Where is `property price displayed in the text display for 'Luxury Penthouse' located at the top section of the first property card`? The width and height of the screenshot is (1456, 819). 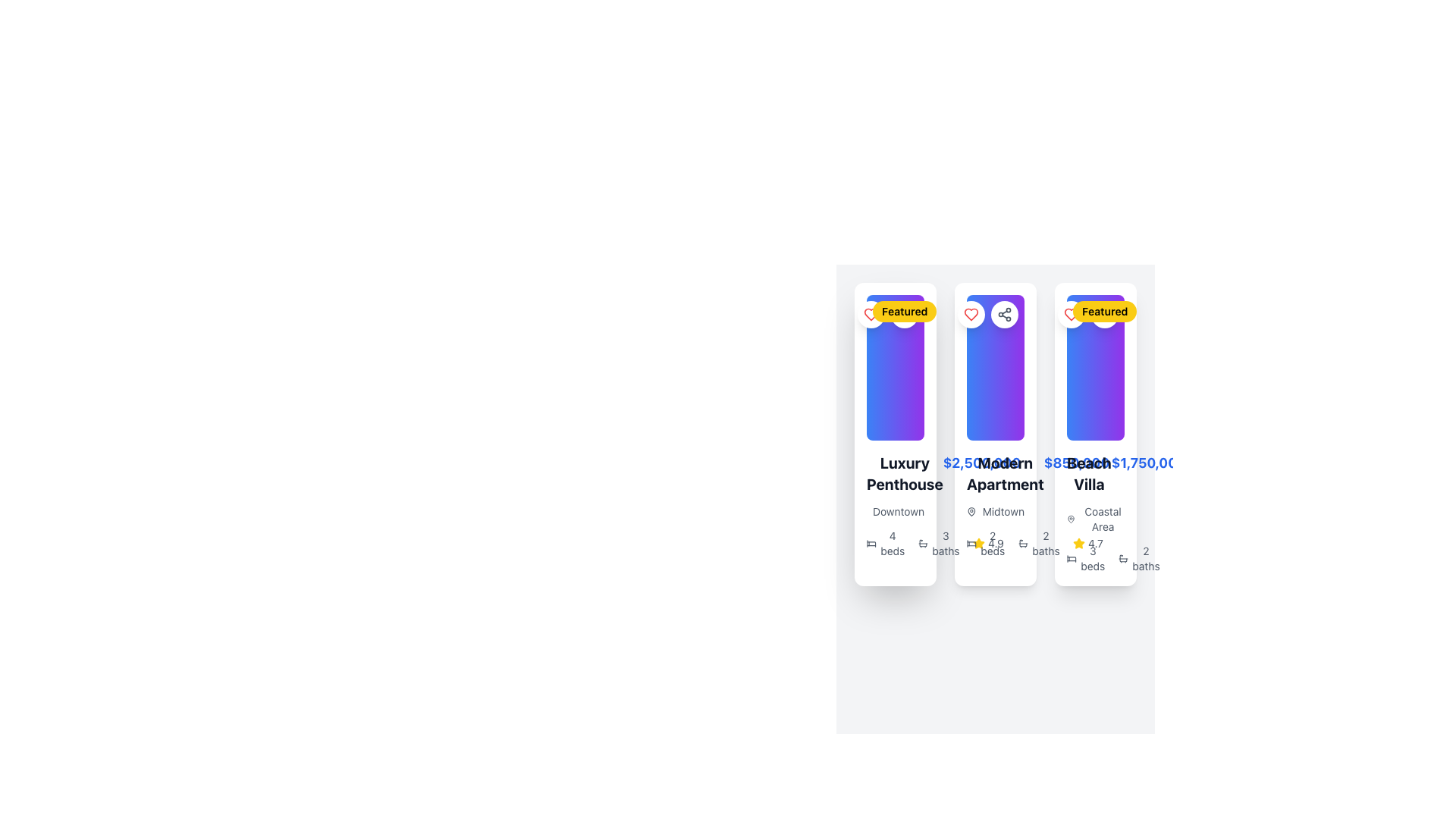 property price displayed in the text display for 'Luxury Penthouse' located at the top section of the first property card is located at coordinates (895, 472).